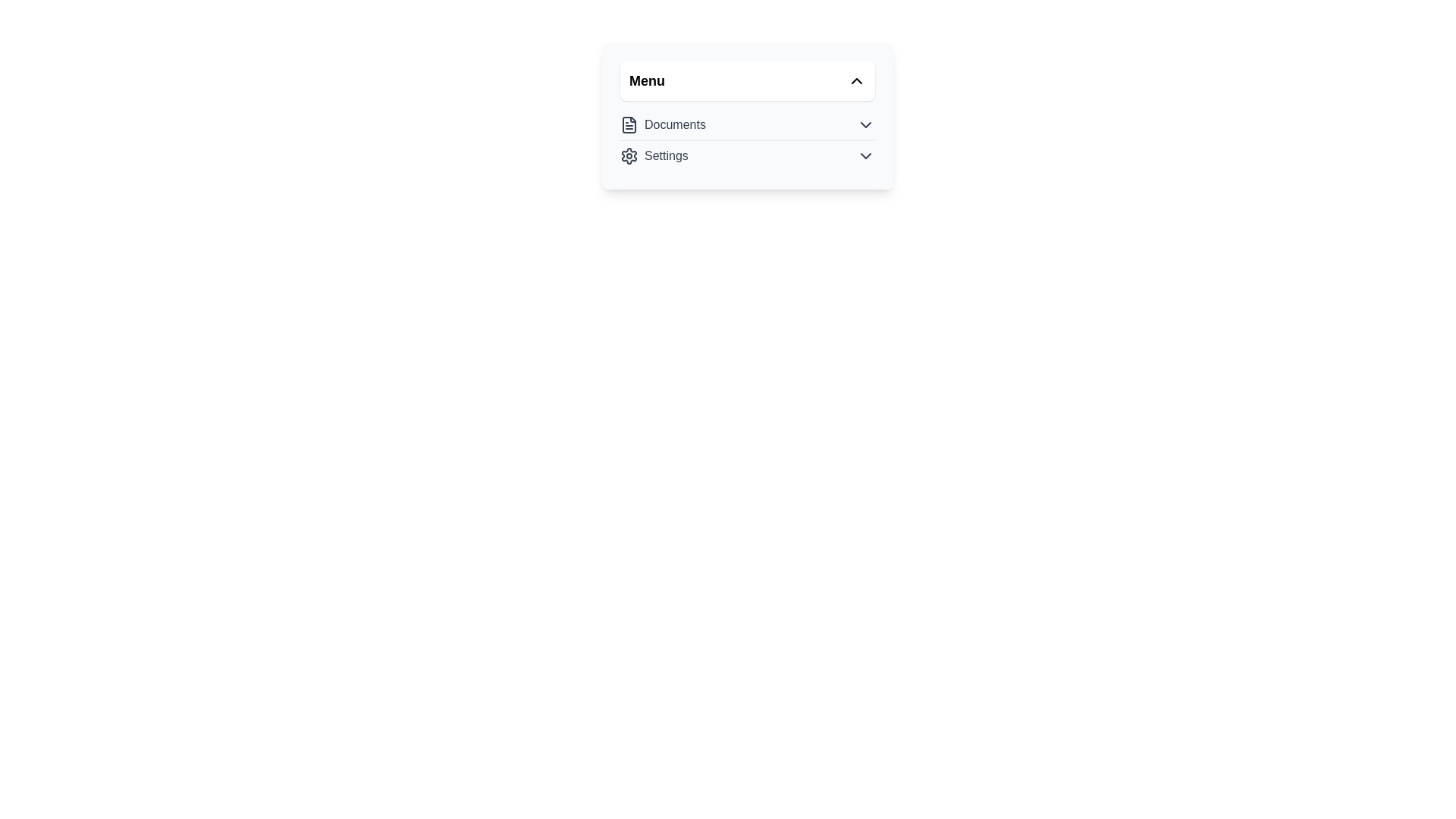 The height and width of the screenshot is (819, 1456). What do you see at coordinates (866, 155) in the screenshot?
I see `the downward-pointing chevron icon next to the 'Settings' text` at bounding box center [866, 155].